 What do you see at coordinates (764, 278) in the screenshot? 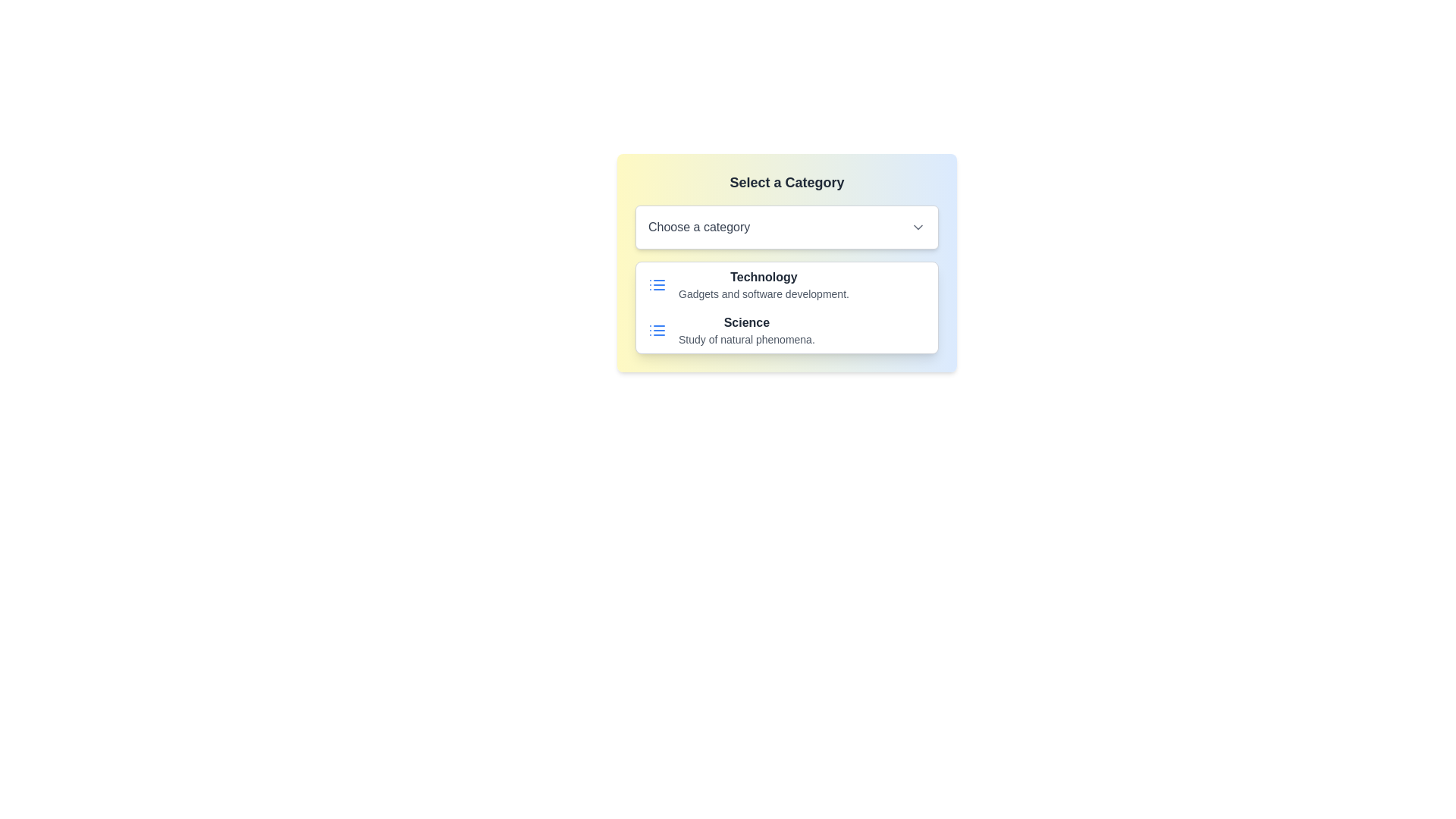
I see `the text label displaying 'Technology' in bold dark gray font, located under the 'Select a Category' section, just above the description 'Gadgets and software development'` at bounding box center [764, 278].